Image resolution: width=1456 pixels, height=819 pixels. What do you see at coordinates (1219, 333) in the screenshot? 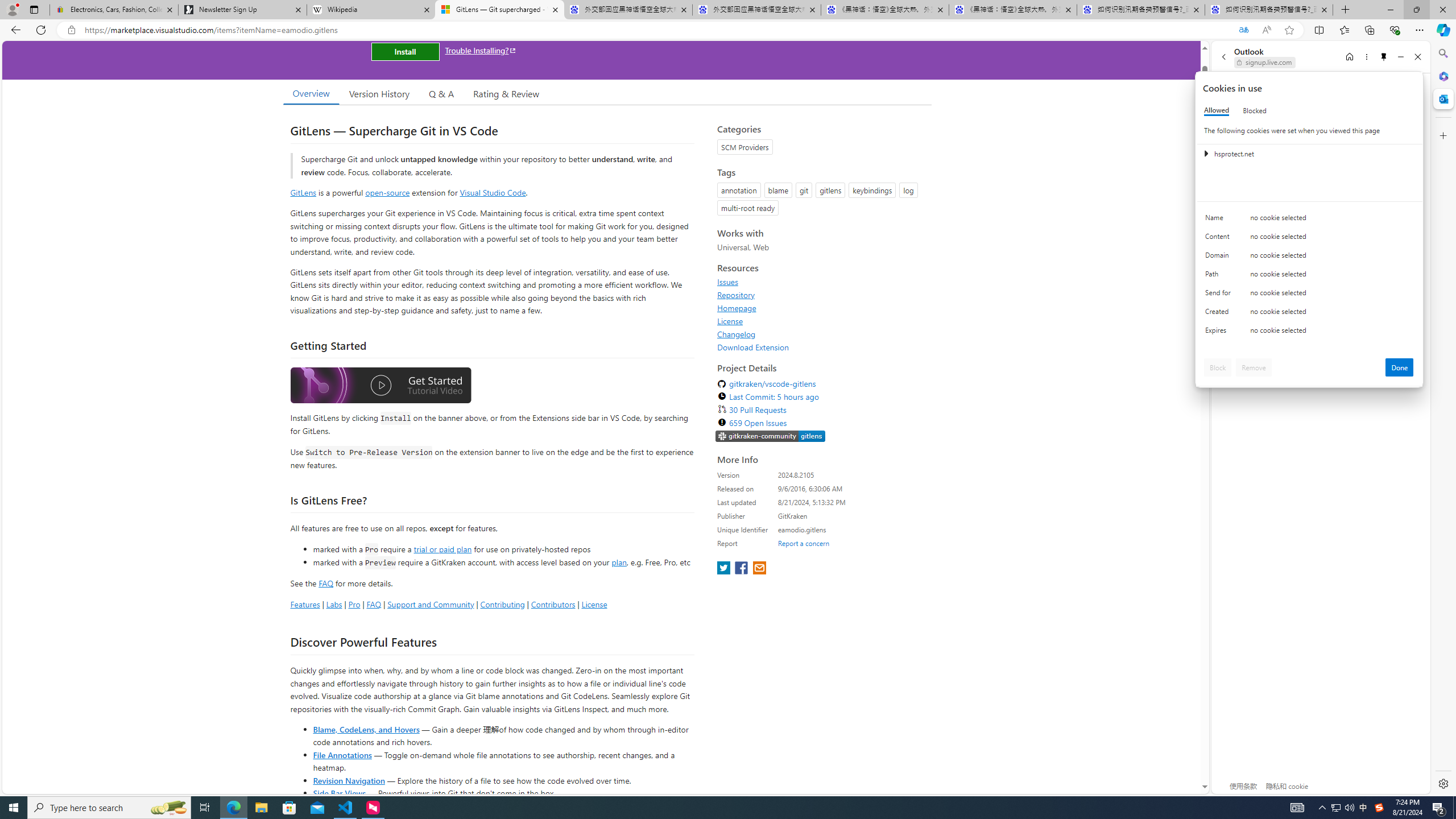
I see `'Expires'` at bounding box center [1219, 333].